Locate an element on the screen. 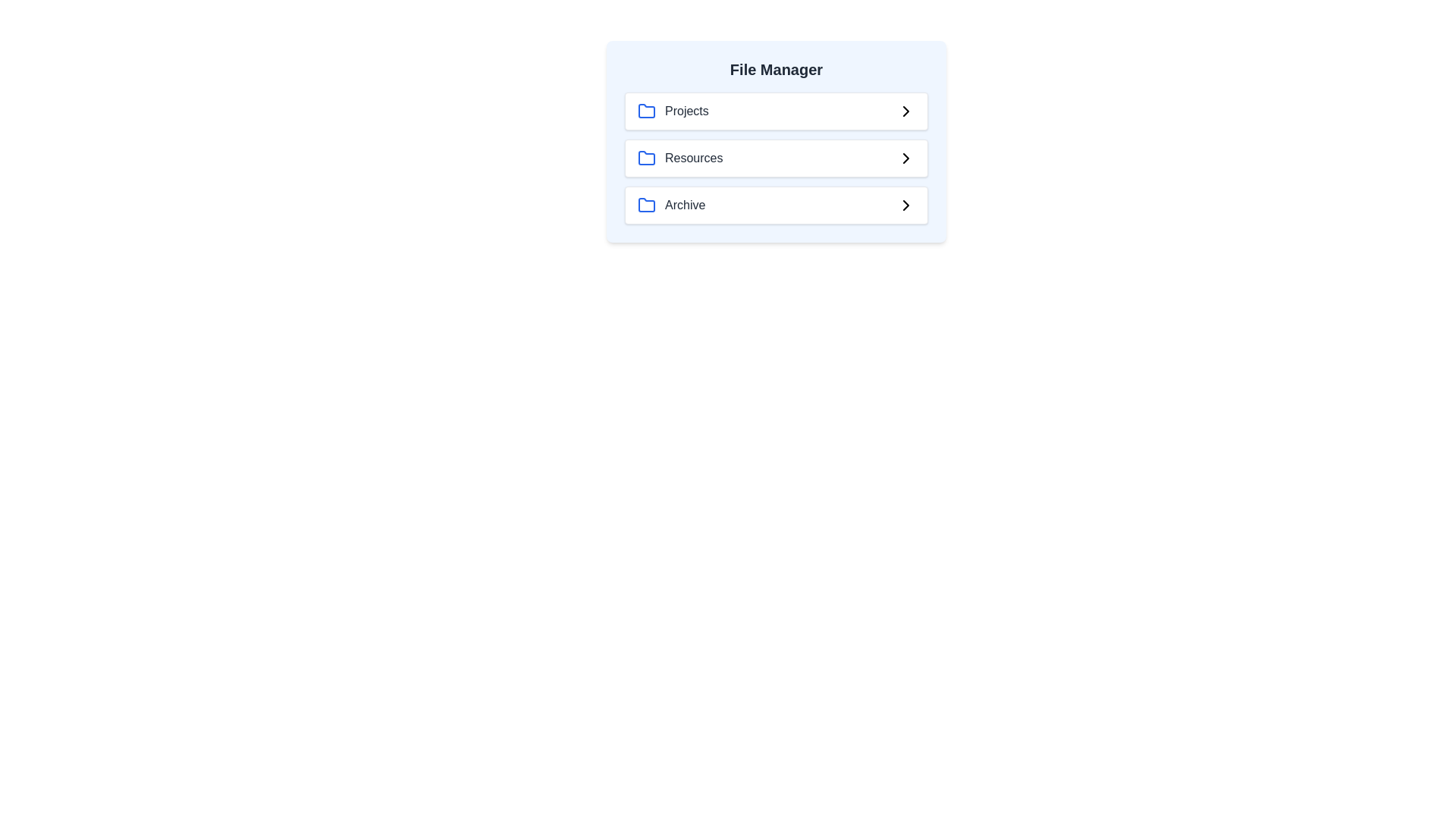 This screenshot has width=1456, height=819. the second button-like list item in the 'File Manager' that allows access to the 'Resources' folder is located at coordinates (776, 158).